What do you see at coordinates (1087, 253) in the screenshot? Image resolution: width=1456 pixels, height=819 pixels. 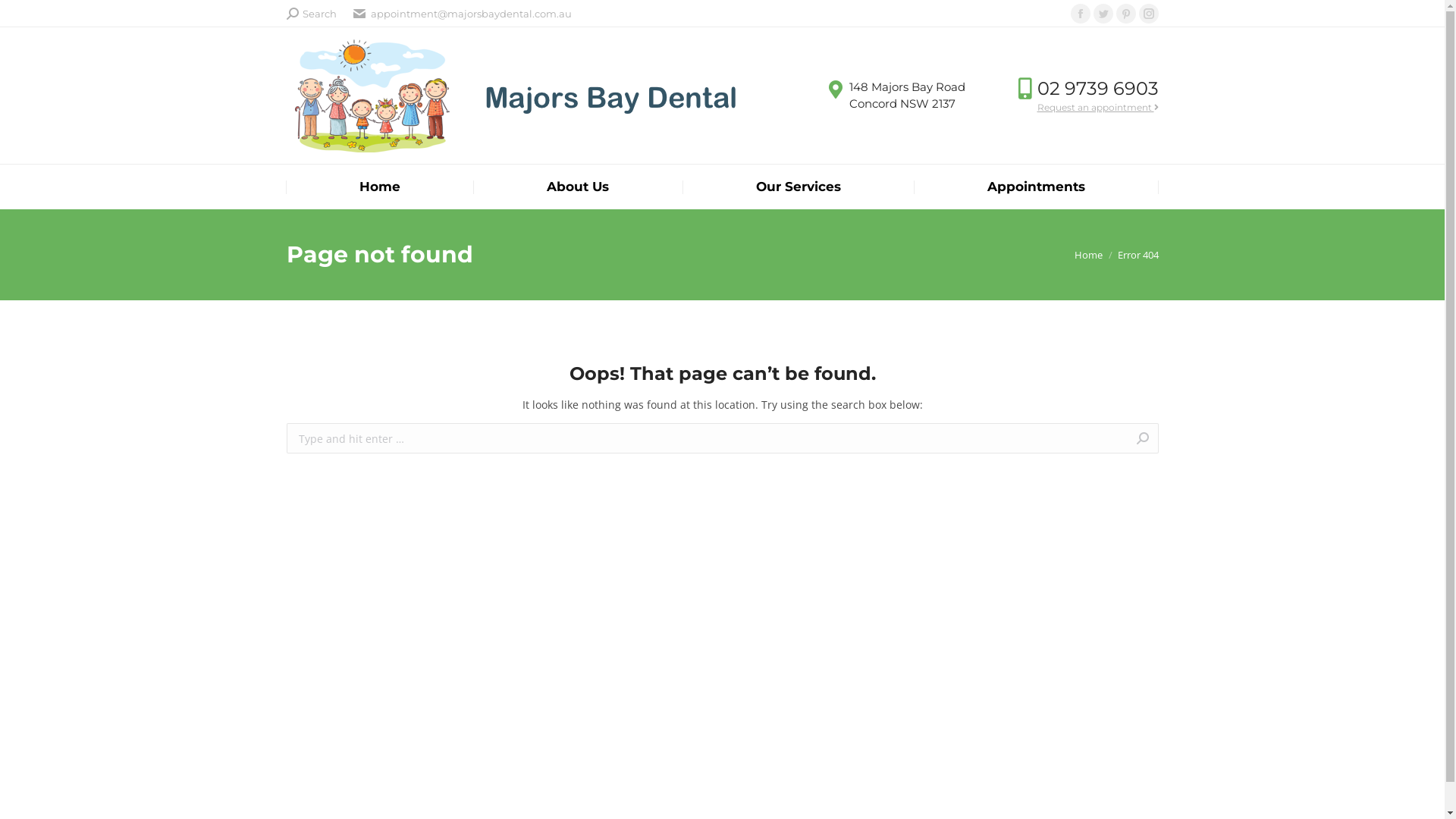 I see `'Home'` at bounding box center [1087, 253].